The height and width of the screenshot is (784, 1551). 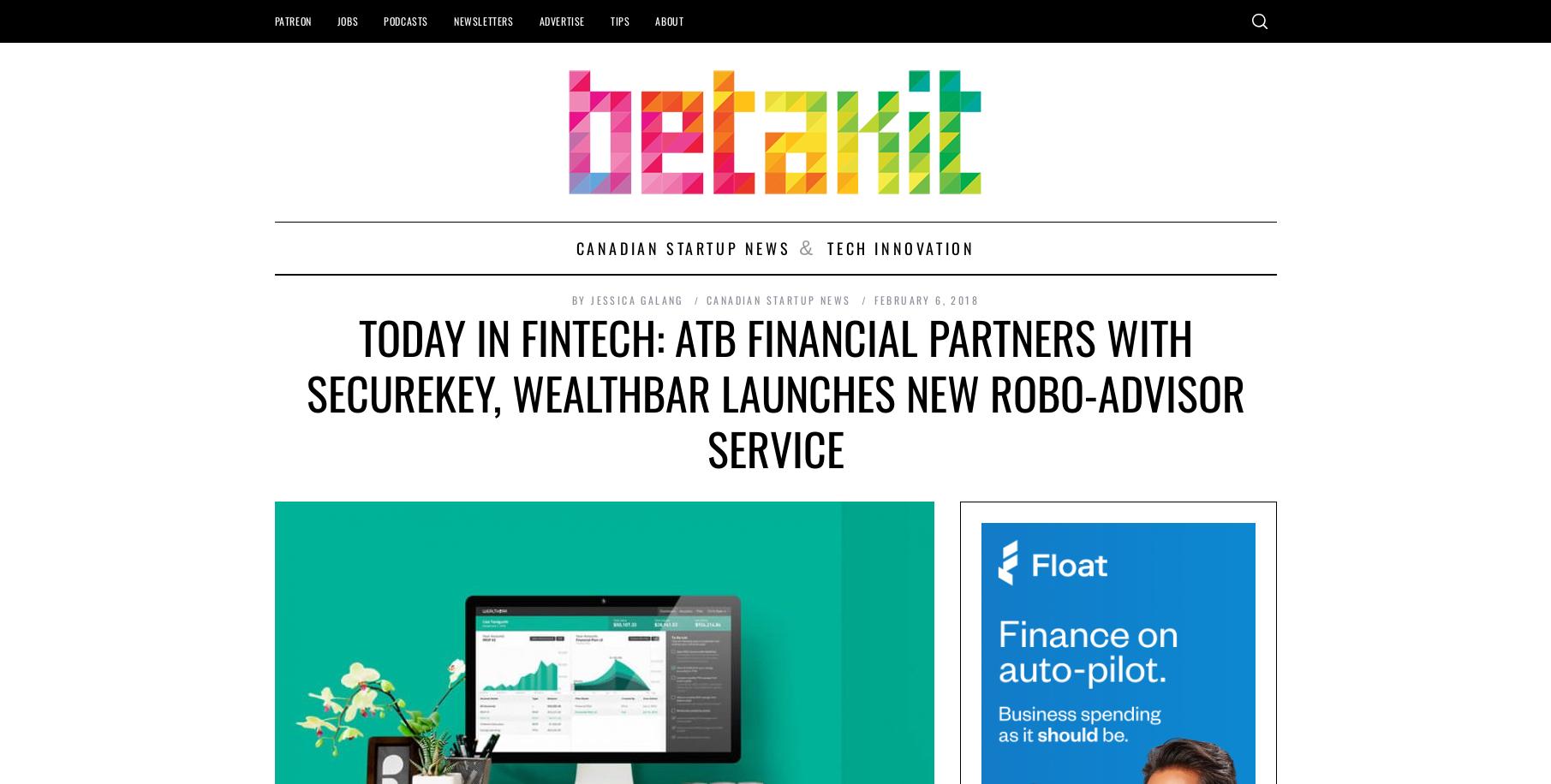 I want to click on 'Advertise', so click(x=561, y=21).